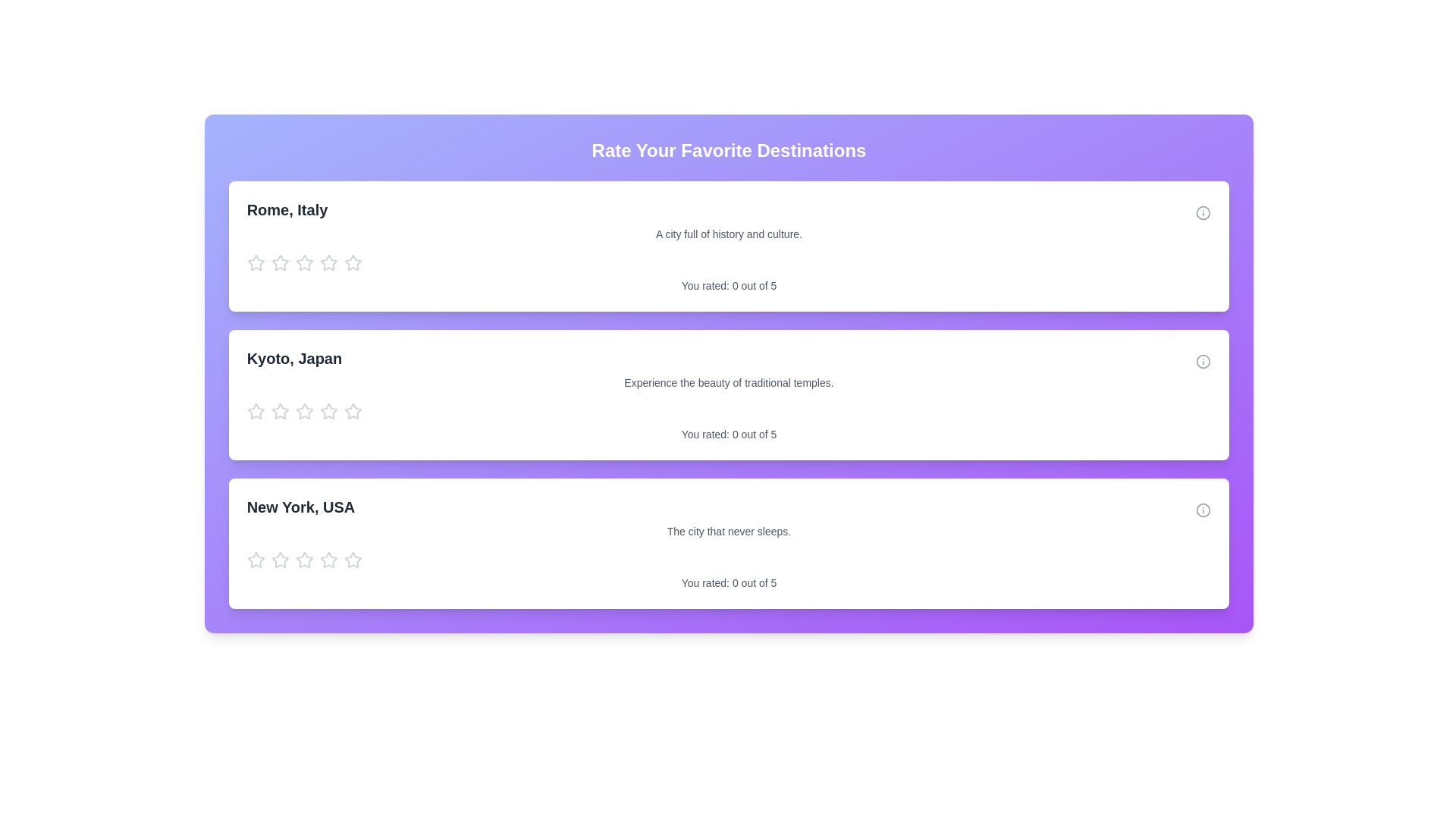 The height and width of the screenshot is (819, 1456). What do you see at coordinates (256, 412) in the screenshot?
I see `the first star icon in the star rating section to rate 'Kyoto, Japan'` at bounding box center [256, 412].